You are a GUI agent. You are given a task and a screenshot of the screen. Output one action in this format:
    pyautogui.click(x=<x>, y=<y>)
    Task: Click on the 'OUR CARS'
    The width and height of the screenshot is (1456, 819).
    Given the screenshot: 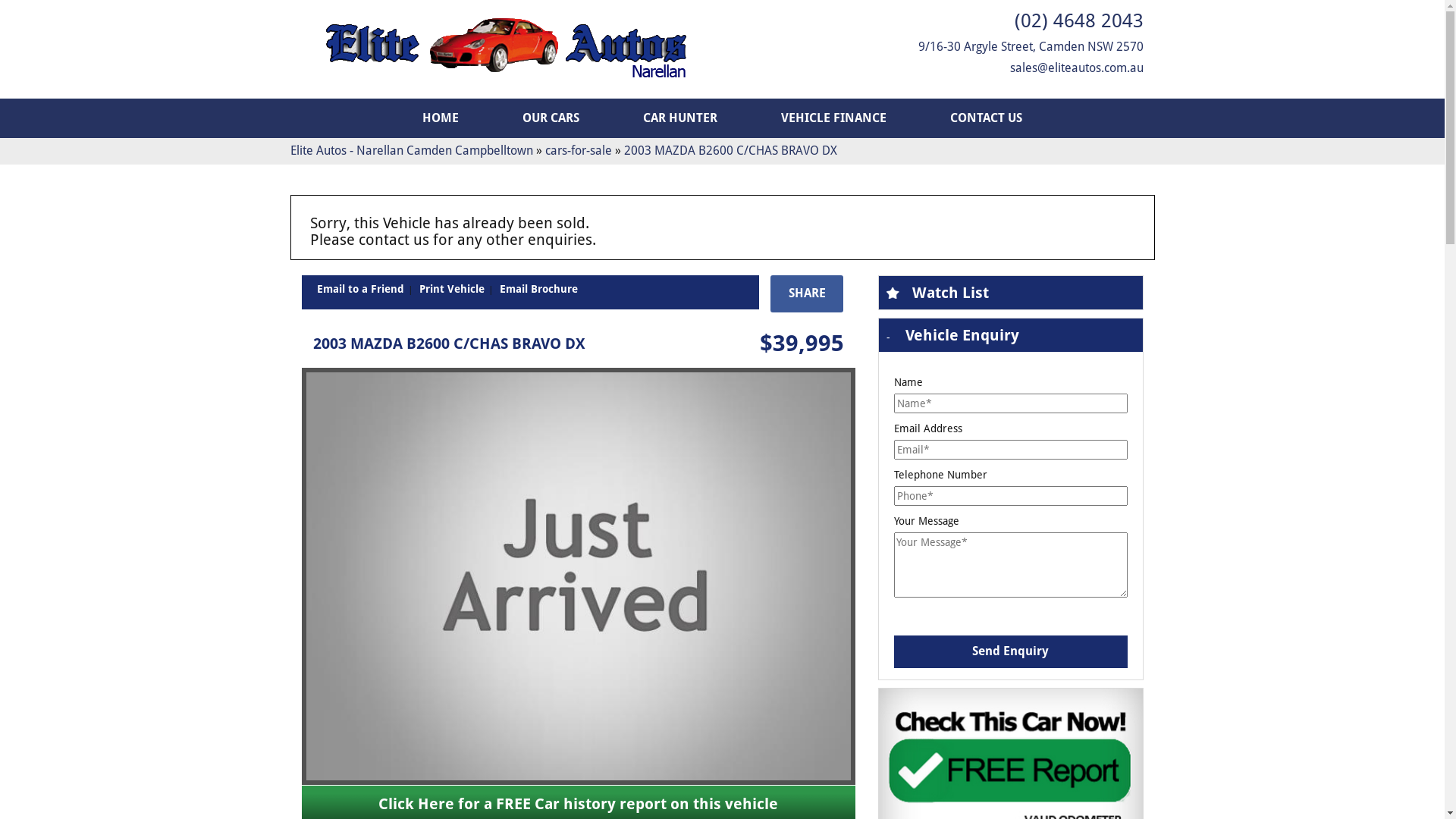 What is the action you would take?
    pyautogui.click(x=491, y=117)
    